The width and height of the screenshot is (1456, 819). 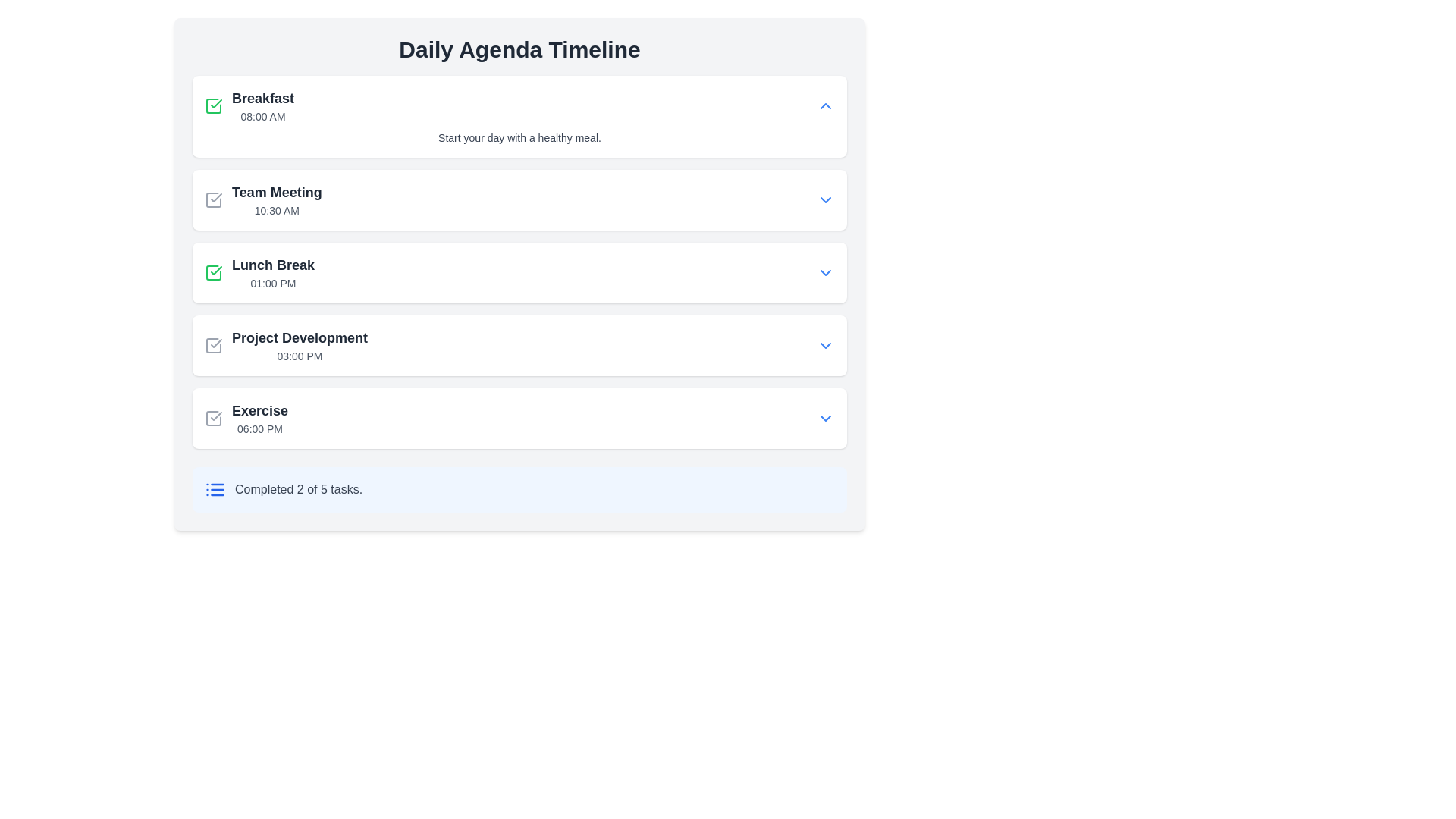 What do you see at coordinates (286, 345) in the screenshot?
I see `the 'Project Development' task item in the agenda interface` at bounding box center [286, 345].